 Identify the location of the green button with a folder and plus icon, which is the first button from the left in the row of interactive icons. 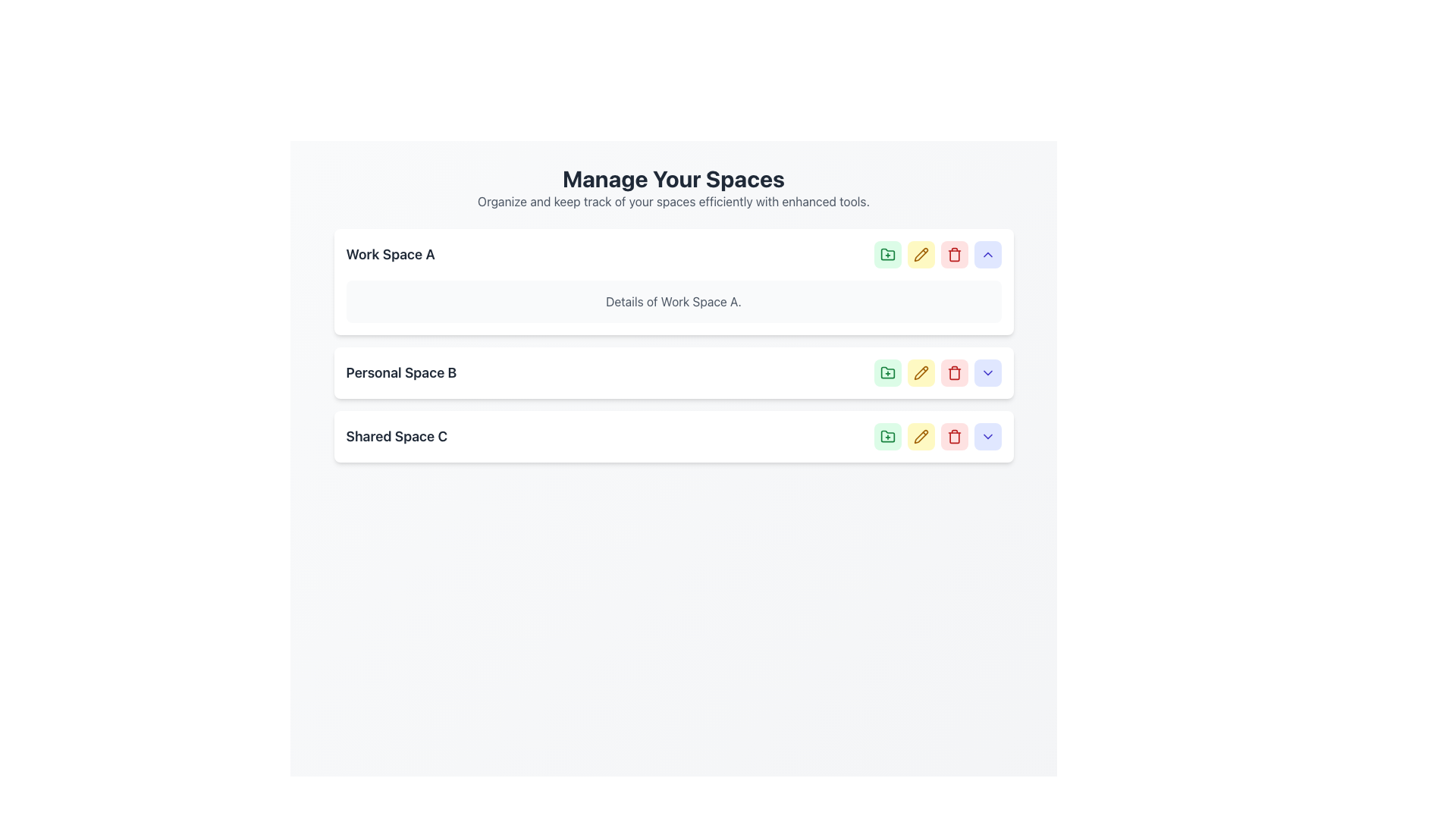
(887, 253).